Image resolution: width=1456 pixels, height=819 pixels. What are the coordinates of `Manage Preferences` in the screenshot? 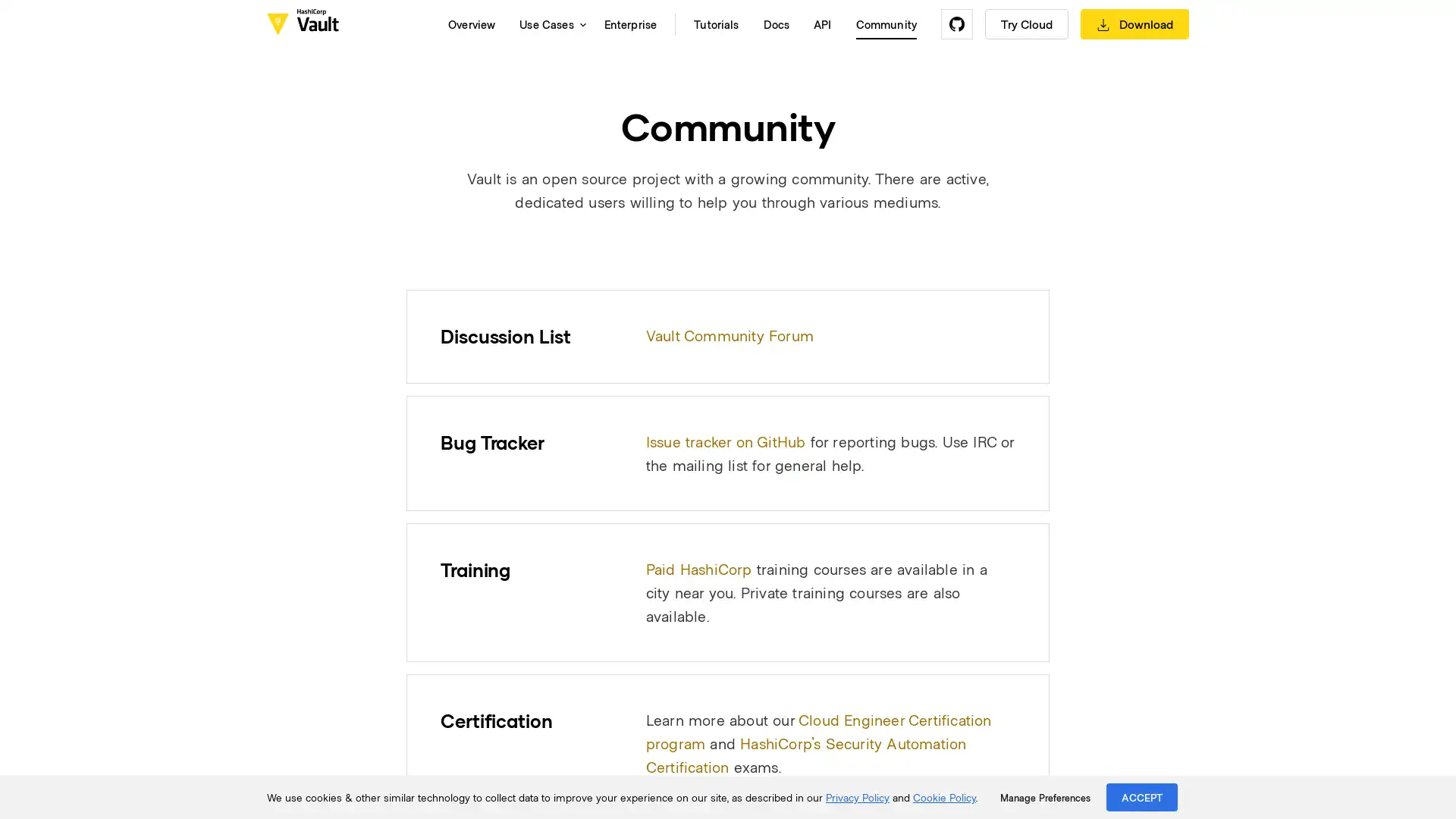 It's located at (1044, 797).